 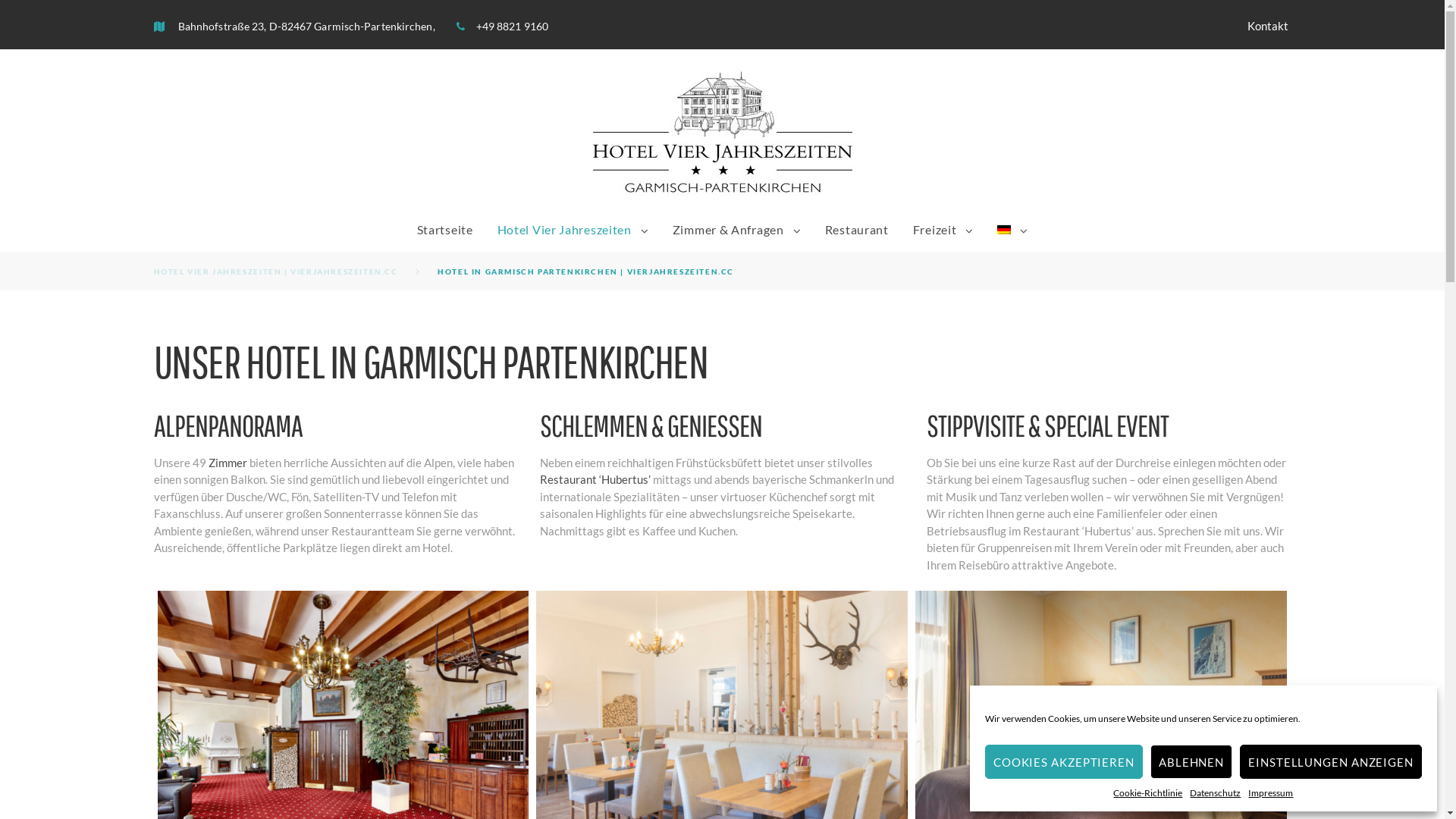 What do you see at coordinates (856, 228) in the screenshot?
I see `'Restaurant'` at bounding box center [856, 228].